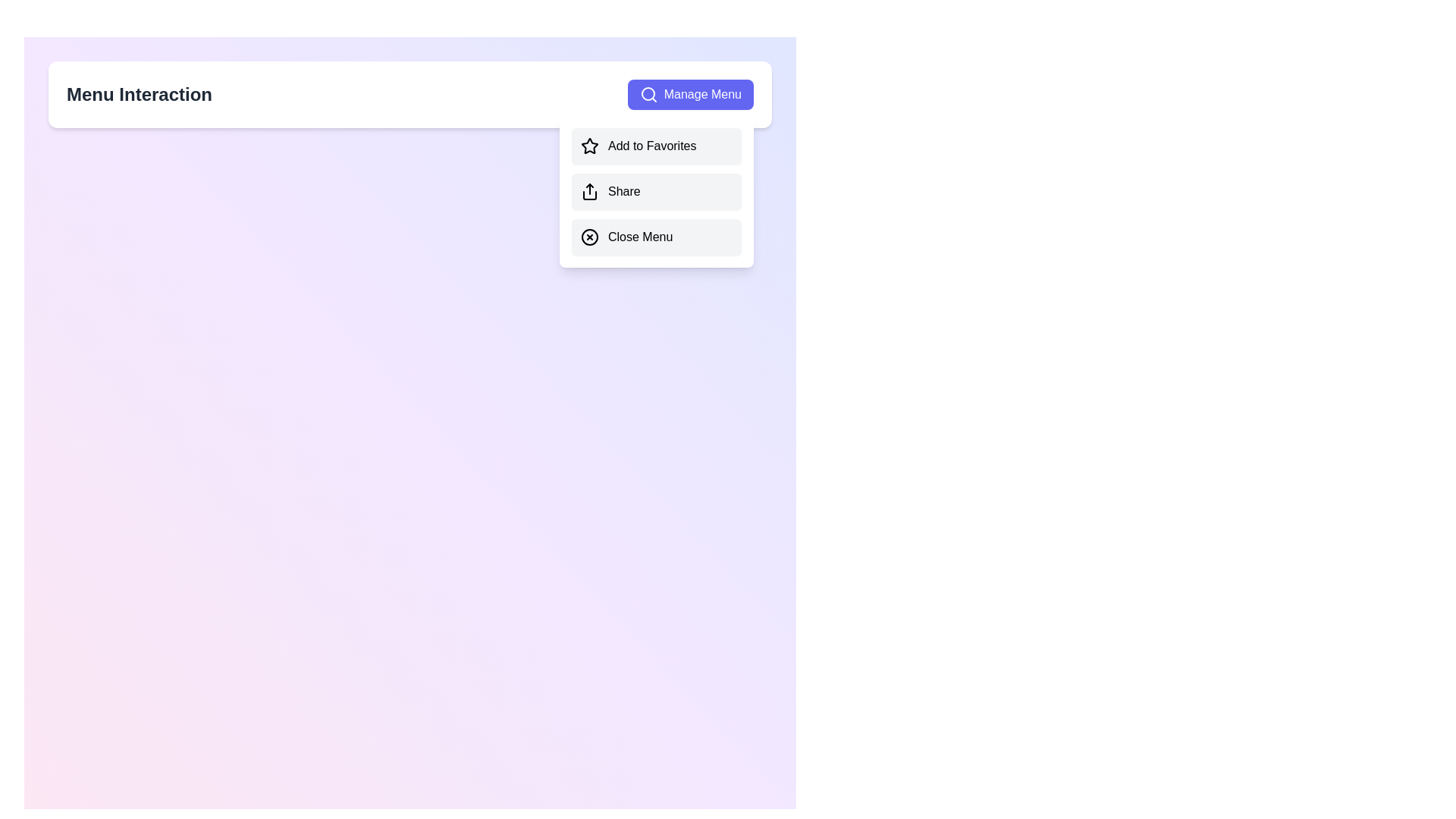 The width and height of the screenshot is (1456, 819). I want to click on the static text label within the dropdown menu that represents the action to close the menu, located below the 'Add to Favorites' and 'Share' options, so click(640, 237).